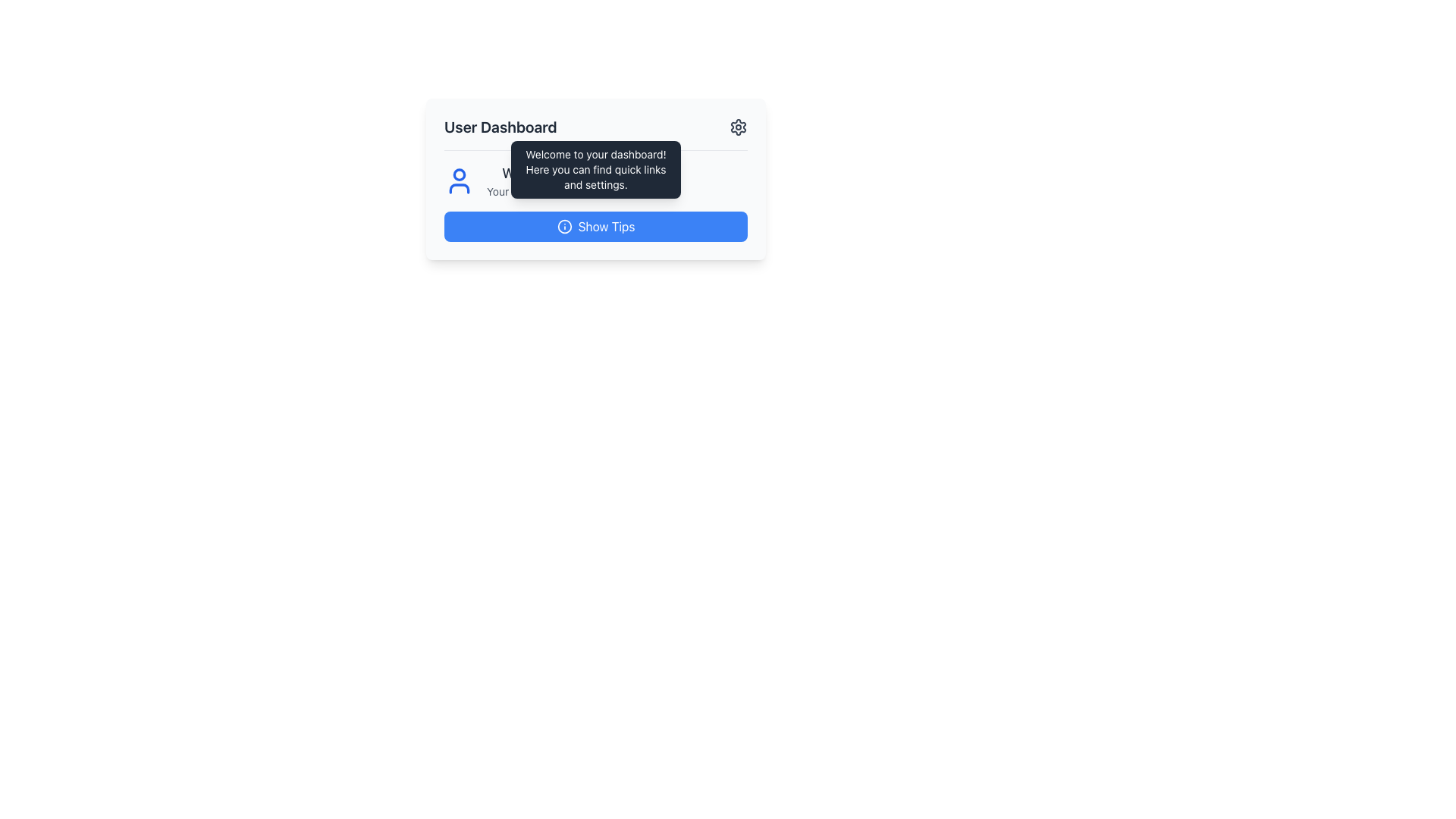 This screenshot has height=819, width=1456. I want to click on the outer gear-shaped structure of the settings icon located in the top-right corner of the 'User Dashboard' card, so click(739, 127).